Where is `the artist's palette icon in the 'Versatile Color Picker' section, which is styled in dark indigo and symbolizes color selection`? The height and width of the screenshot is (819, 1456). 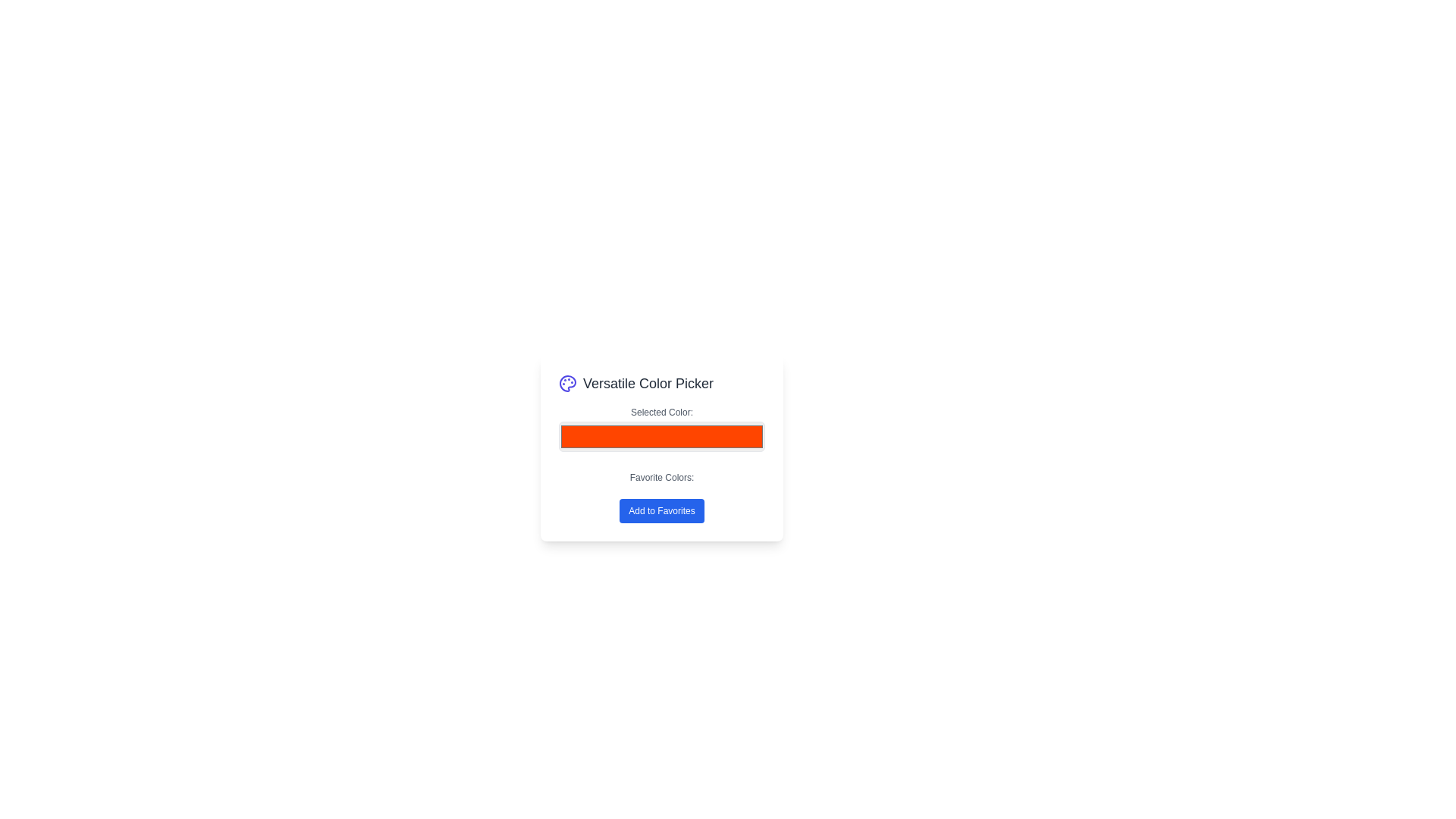 the artist's palette icon in the 'Versatile Color Picker' section, which is styled in dark indigo and symbolizes color selection is located at coordinates (566, 382).